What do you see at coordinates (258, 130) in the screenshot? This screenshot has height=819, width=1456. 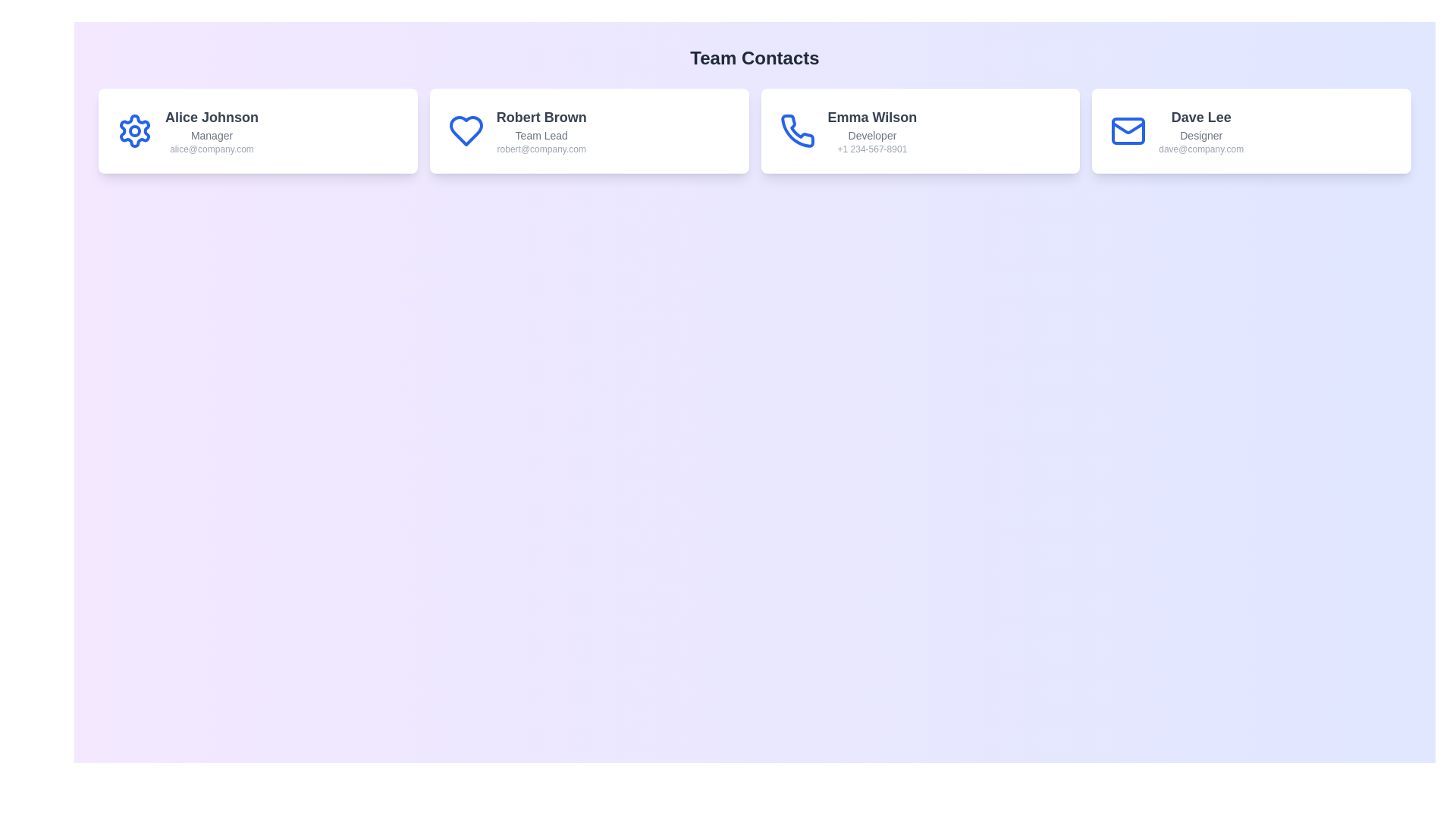 I see `text content of the first informational card located in the top-left corner of the grid layout` at bounding box center [258, 130].